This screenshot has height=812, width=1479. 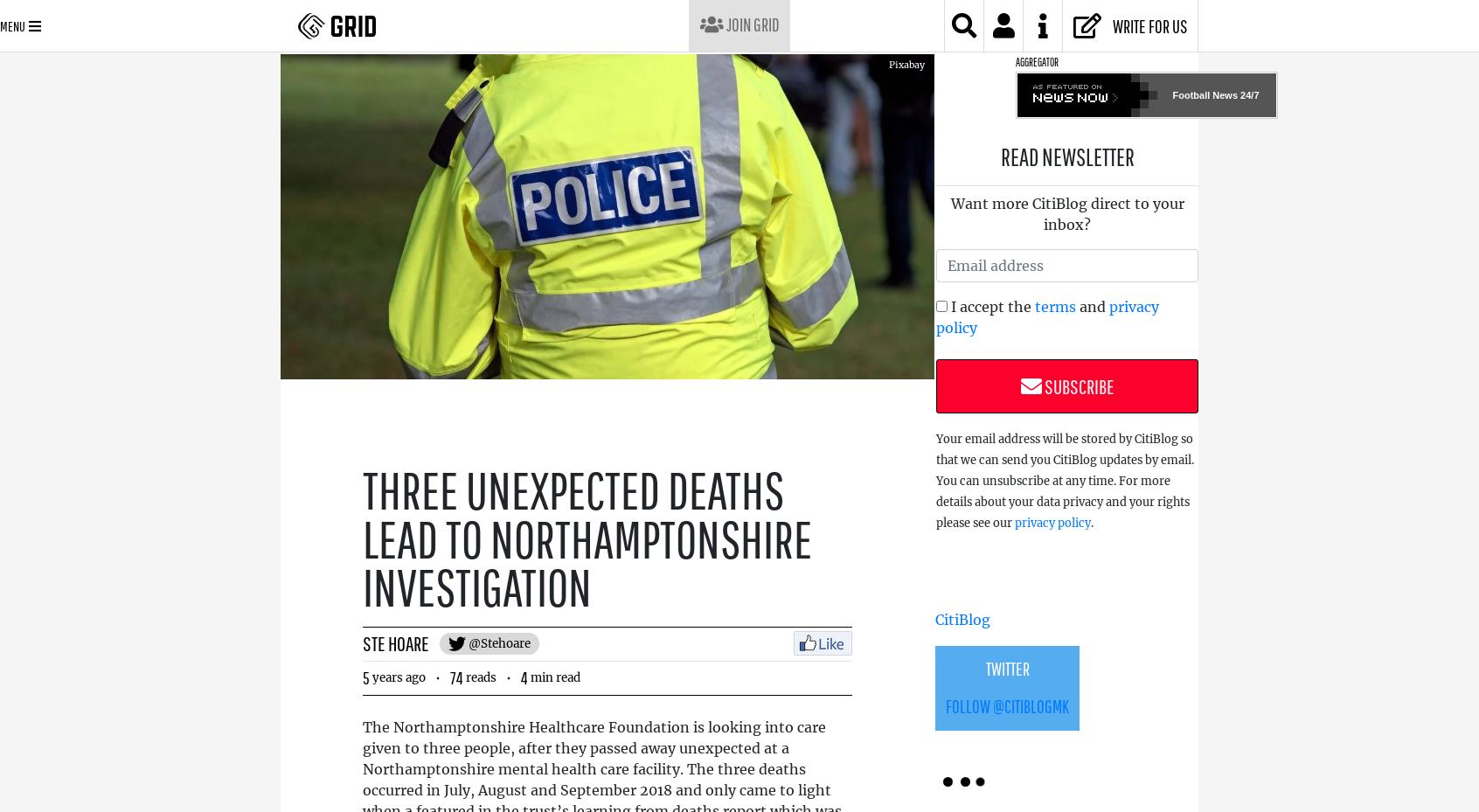 I want to click on 'reads', so click(x=480, y=677).